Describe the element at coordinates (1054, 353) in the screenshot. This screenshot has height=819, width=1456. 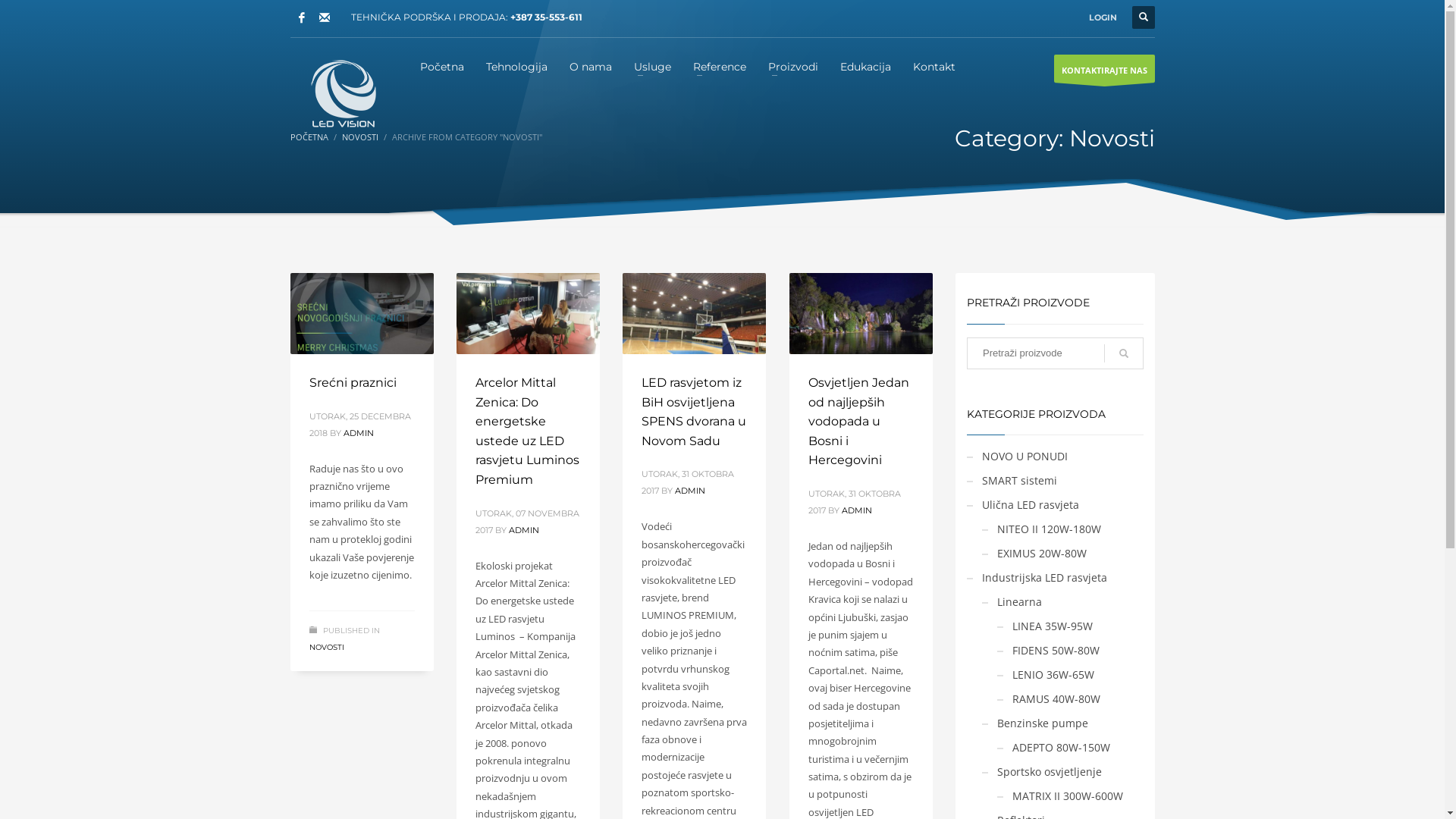
I see `'Search for:'` at that location.